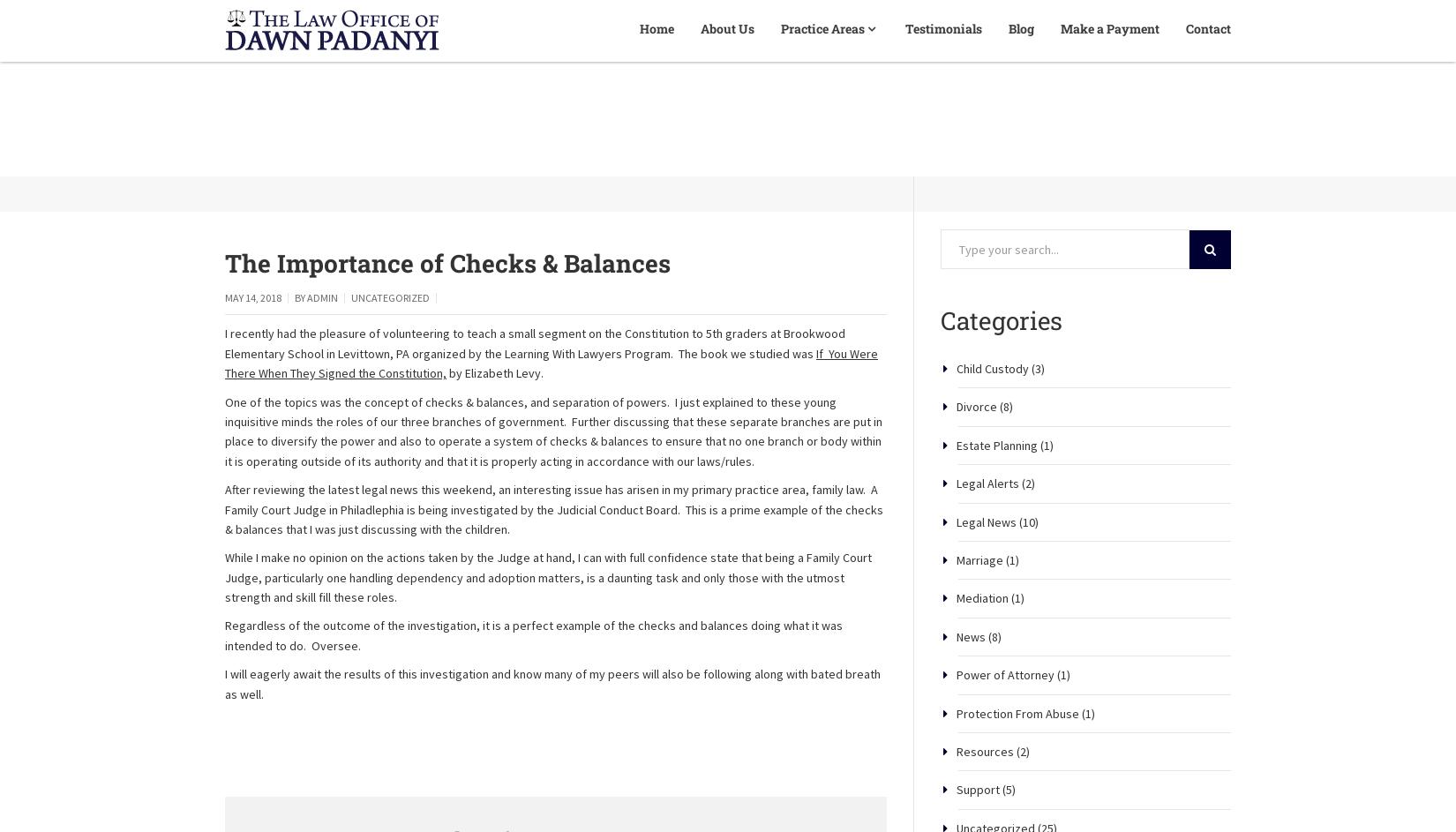  Describe the element at coordinates (1005, 734) in the screenshot. I see `'Power of Attorney'` at that location.